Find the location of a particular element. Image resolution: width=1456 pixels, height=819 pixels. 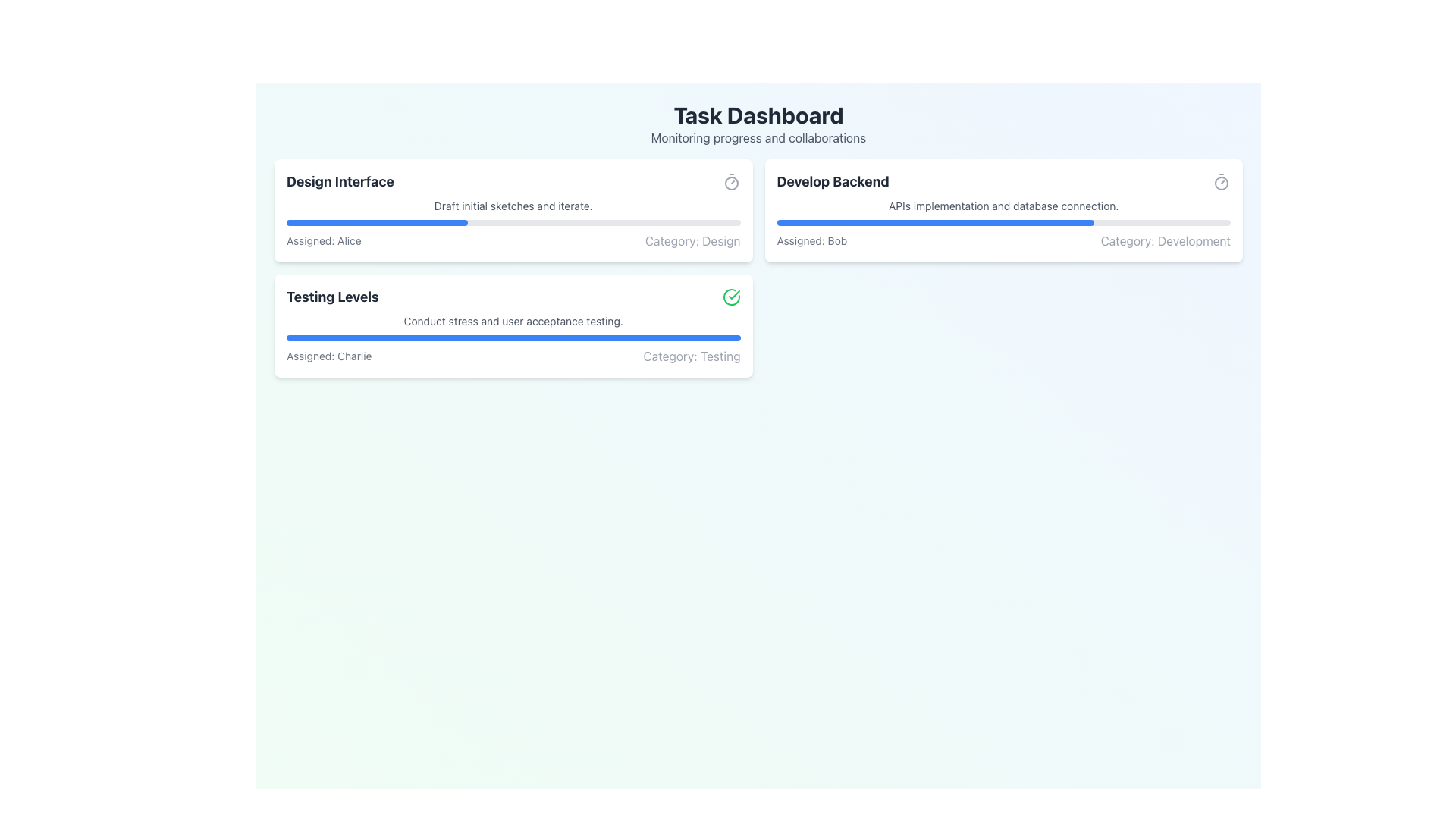

the text label displaying 'Develop Backend', which is styled in bold and located at the top of the rightmost card in the interface is located at coordinates (832, 180).